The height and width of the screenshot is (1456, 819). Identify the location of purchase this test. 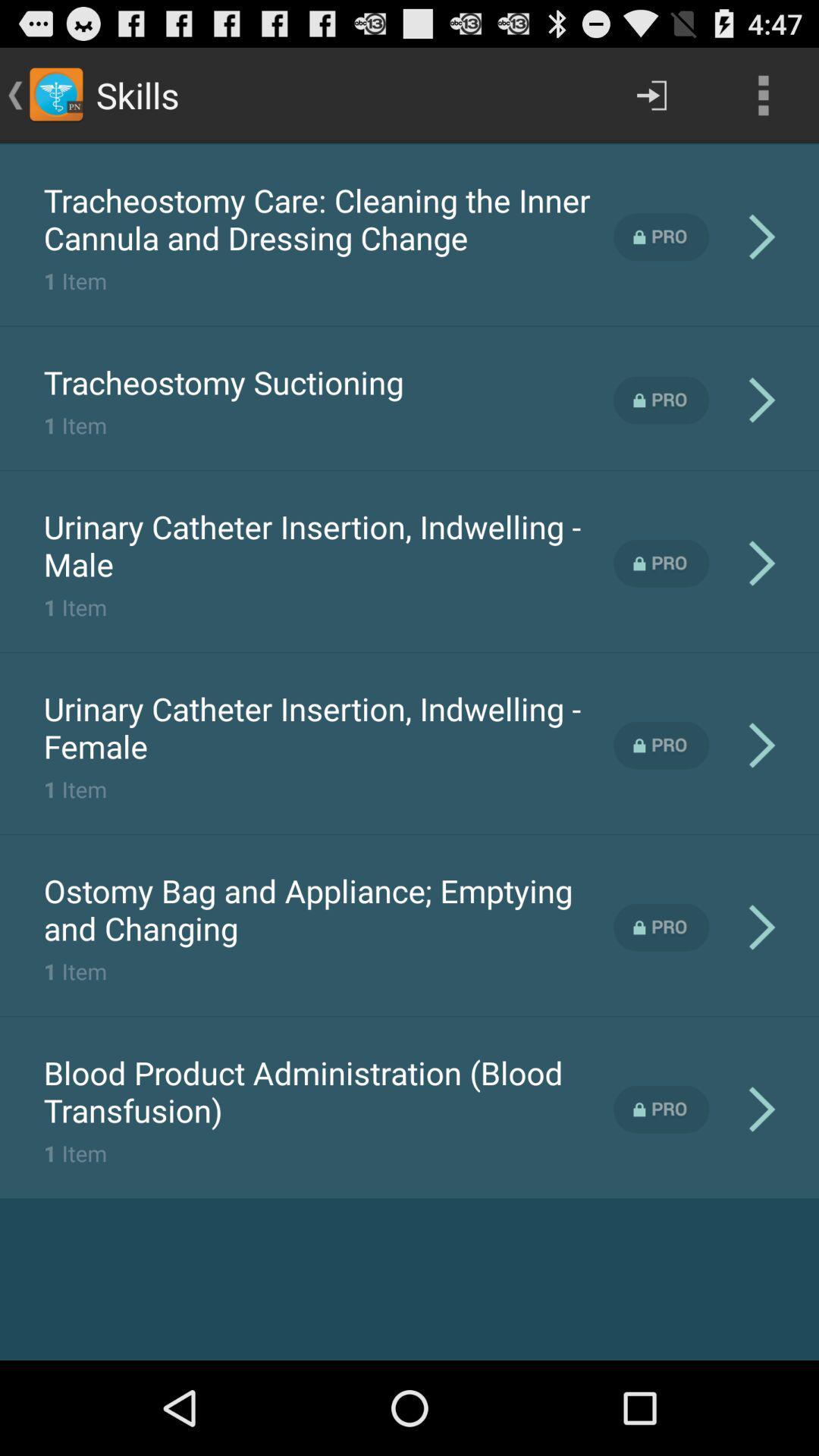
(661, 745).